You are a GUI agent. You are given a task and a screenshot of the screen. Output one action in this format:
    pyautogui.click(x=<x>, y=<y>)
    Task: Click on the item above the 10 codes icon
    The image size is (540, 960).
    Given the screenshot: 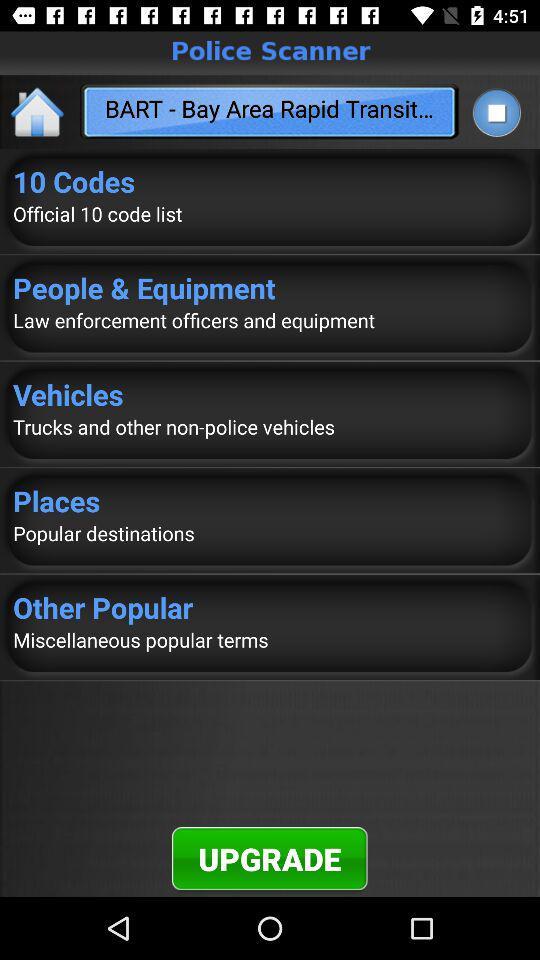 What is the action you would take?
    pyautogui.click(x=495, y=112)
    